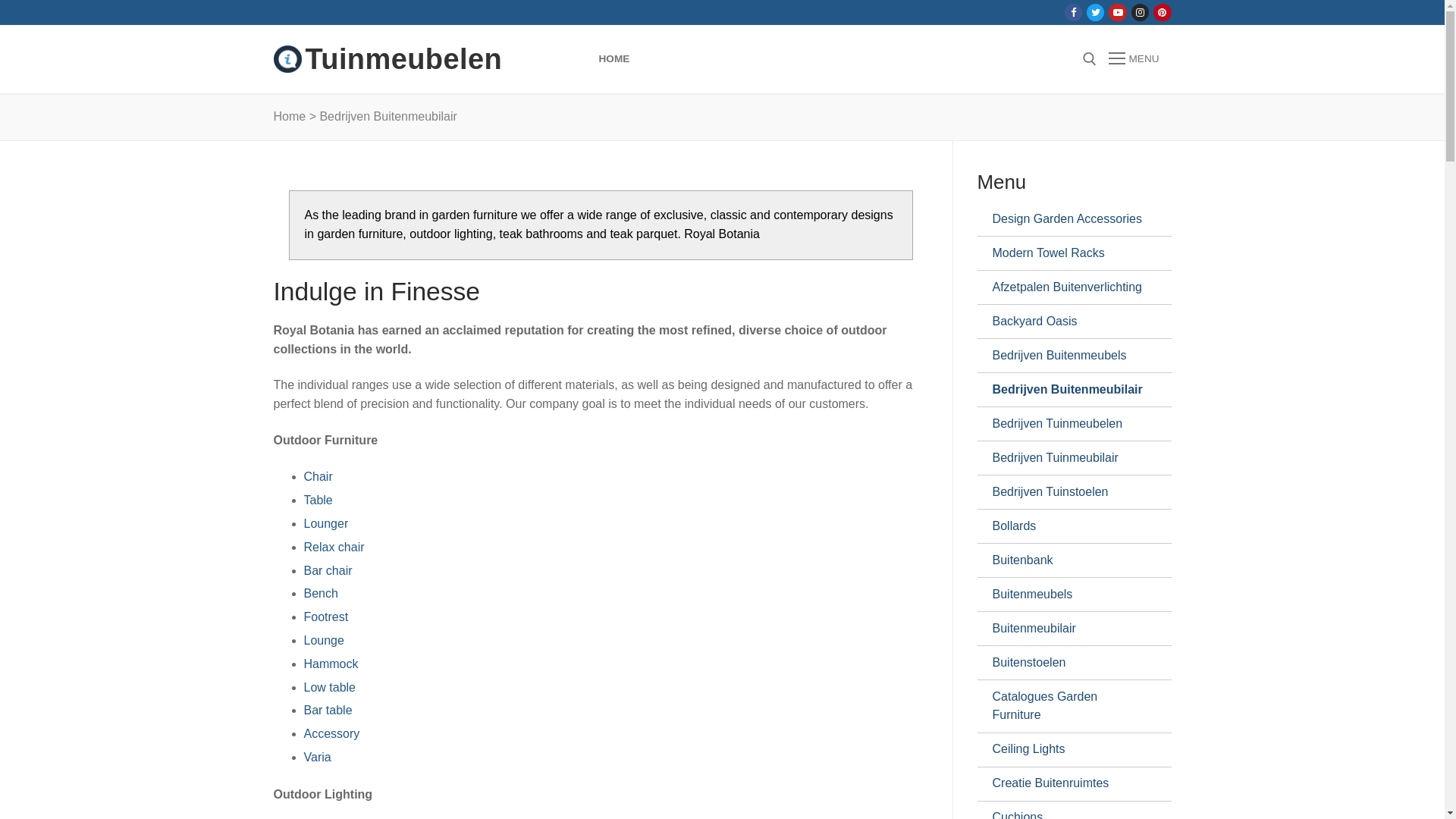  I want to click on 'Lounge', so click(322, 640).